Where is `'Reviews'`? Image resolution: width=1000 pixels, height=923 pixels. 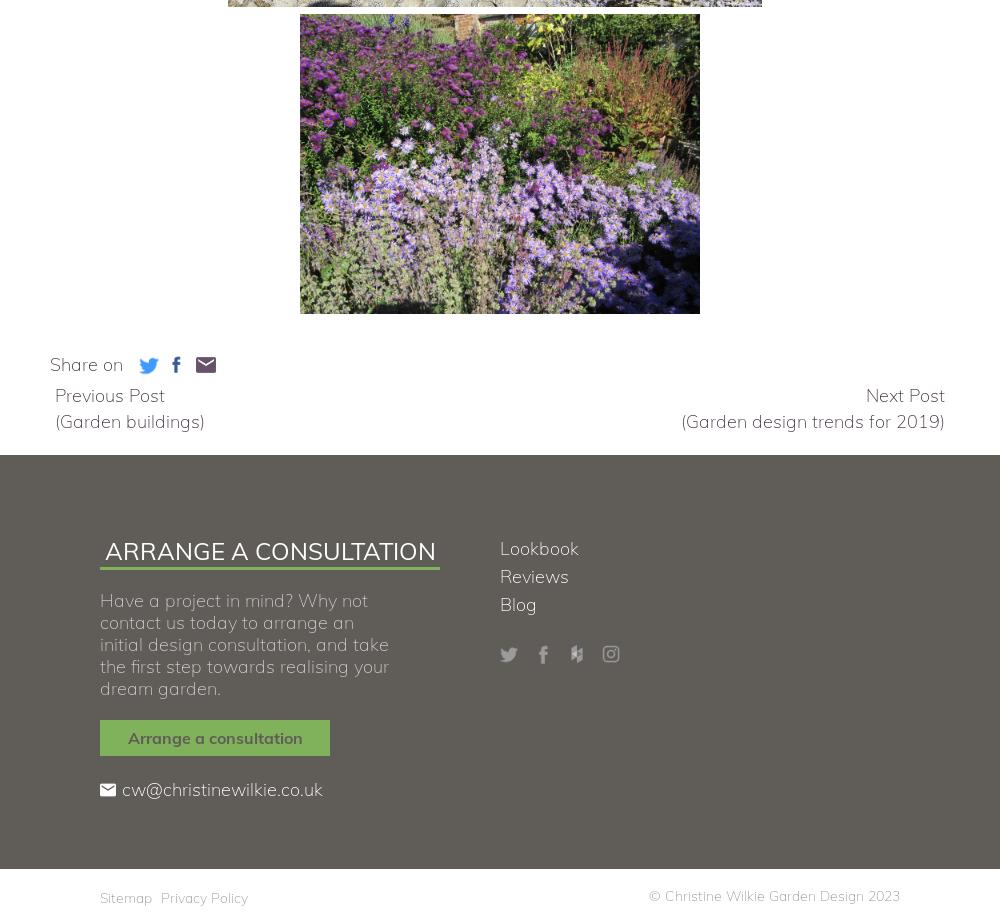
'Reviews' is located at coordinates (534, 575).